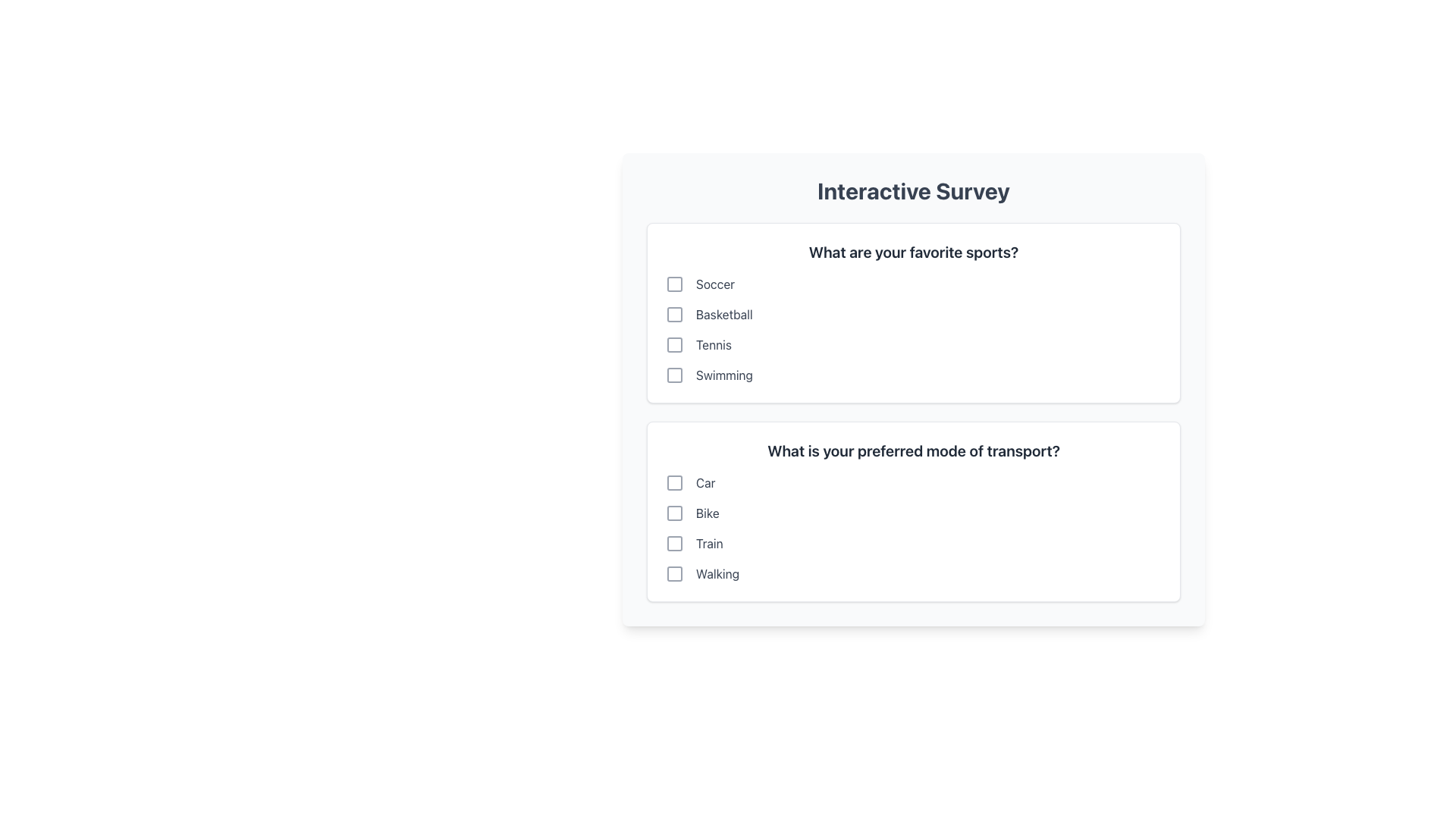 The image size is (1456, 819). Describe the element at coordinates (673, 513) in the screenshot. I see `the graphical decorative element inside the checkbox associated with the 'Bike' option in the question 'What is your preferred mode of transport?'` at that location.